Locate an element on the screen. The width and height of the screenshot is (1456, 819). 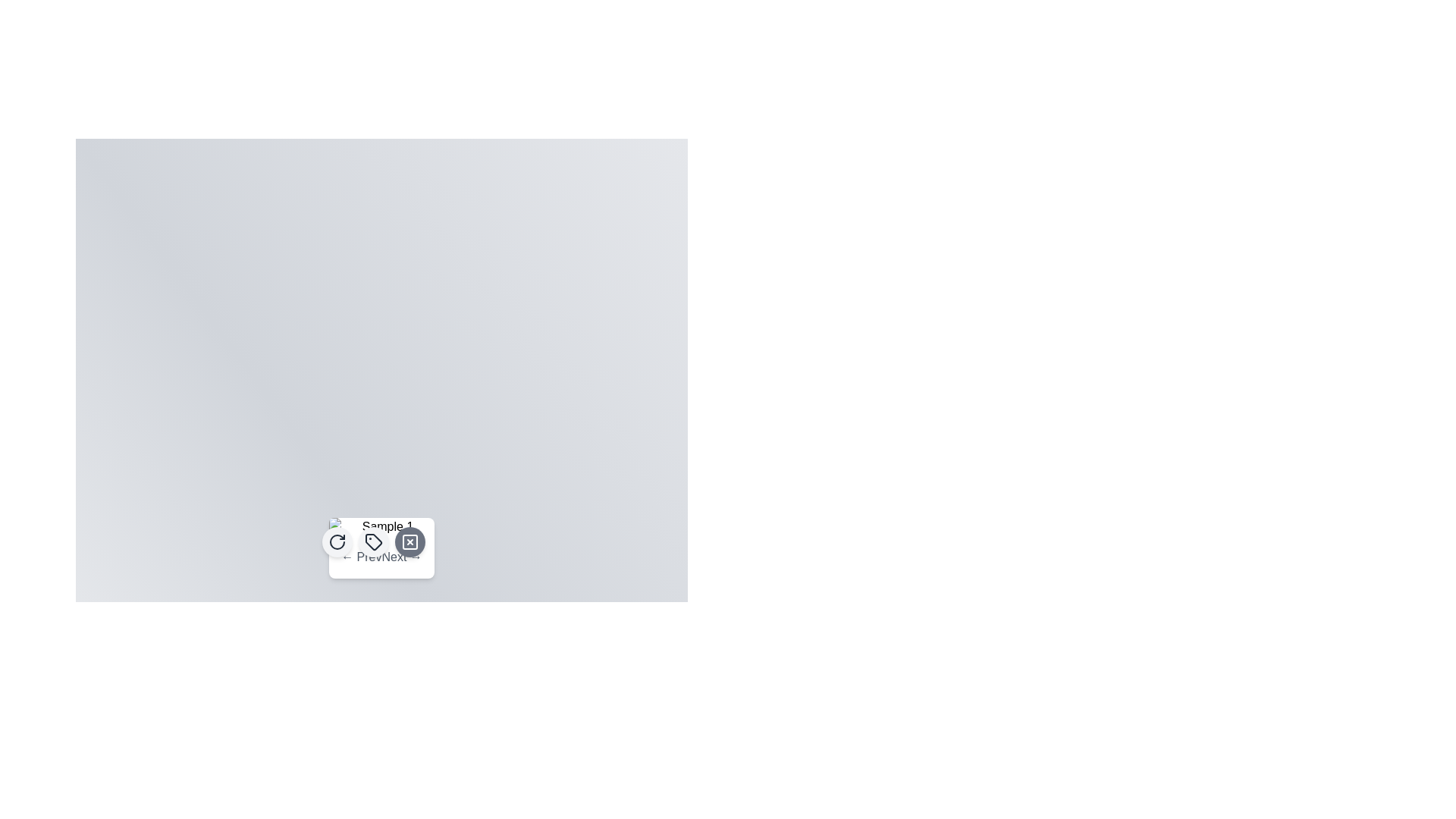
the second circular icon in the top-right section of the white rectangular area is located at coordinates (373, 541).